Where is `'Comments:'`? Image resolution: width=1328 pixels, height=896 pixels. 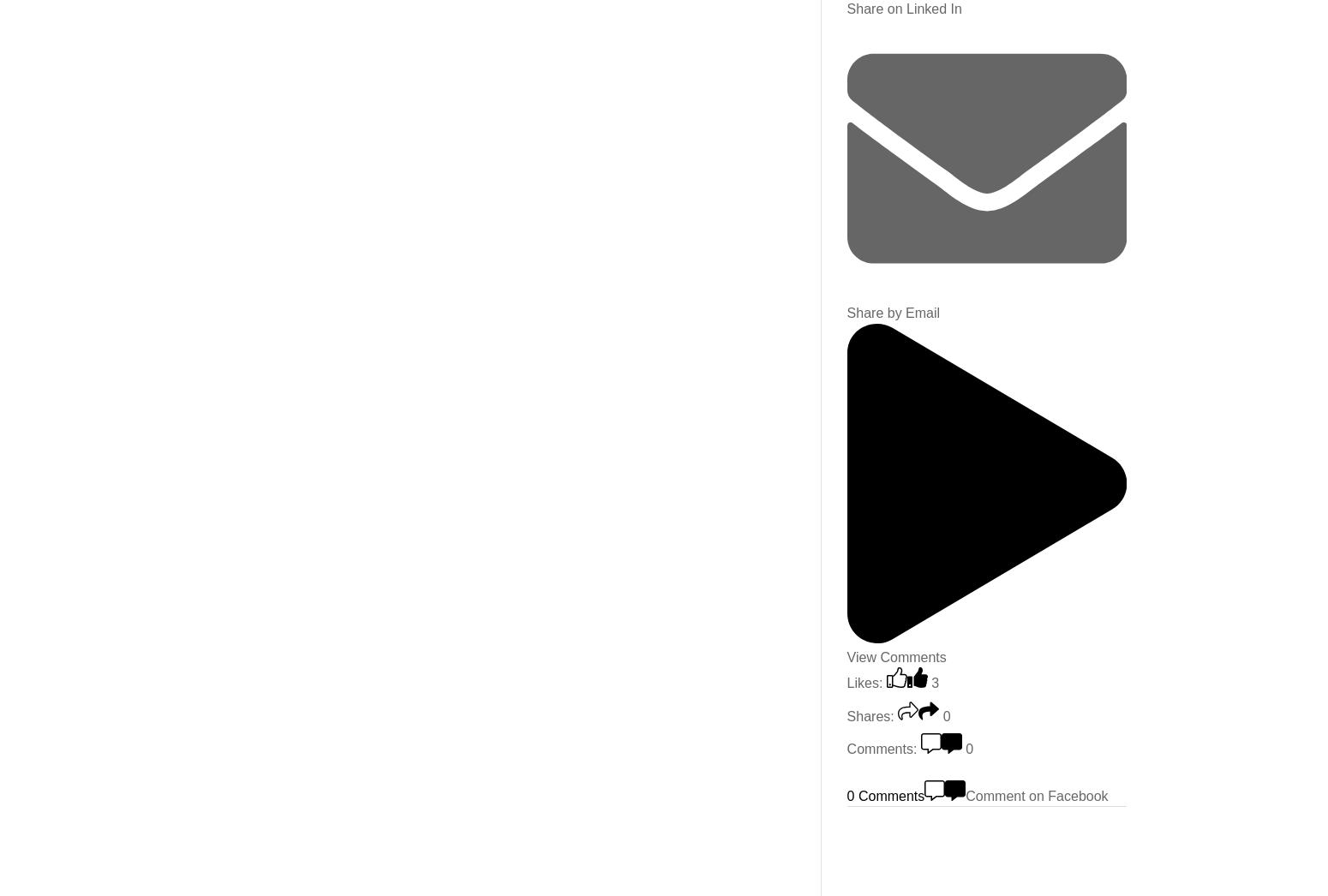
'Comments:' is located at coordinates (882, 748).